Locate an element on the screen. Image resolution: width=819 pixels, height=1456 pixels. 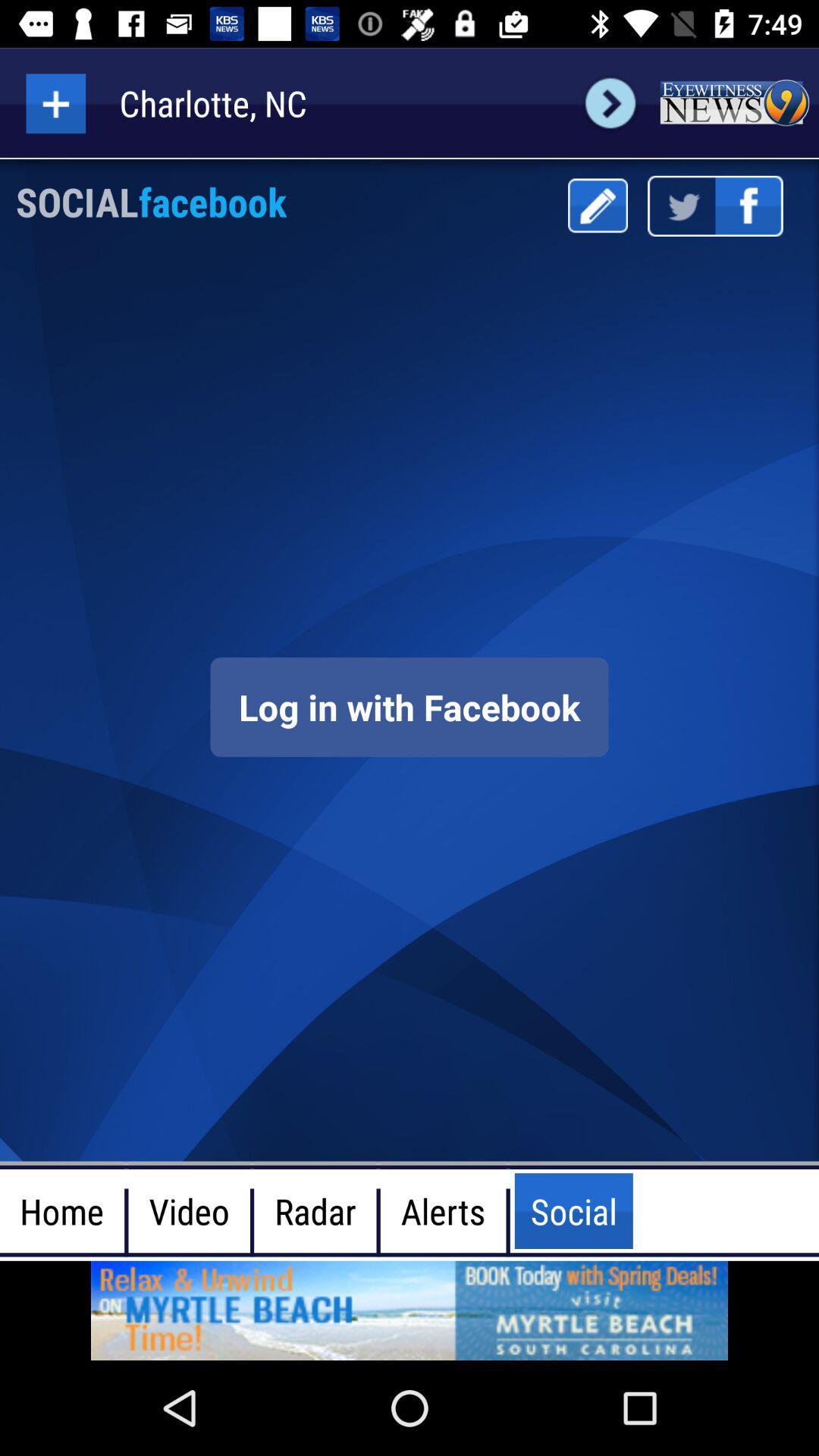
log in is located at coordinates (409, 706).